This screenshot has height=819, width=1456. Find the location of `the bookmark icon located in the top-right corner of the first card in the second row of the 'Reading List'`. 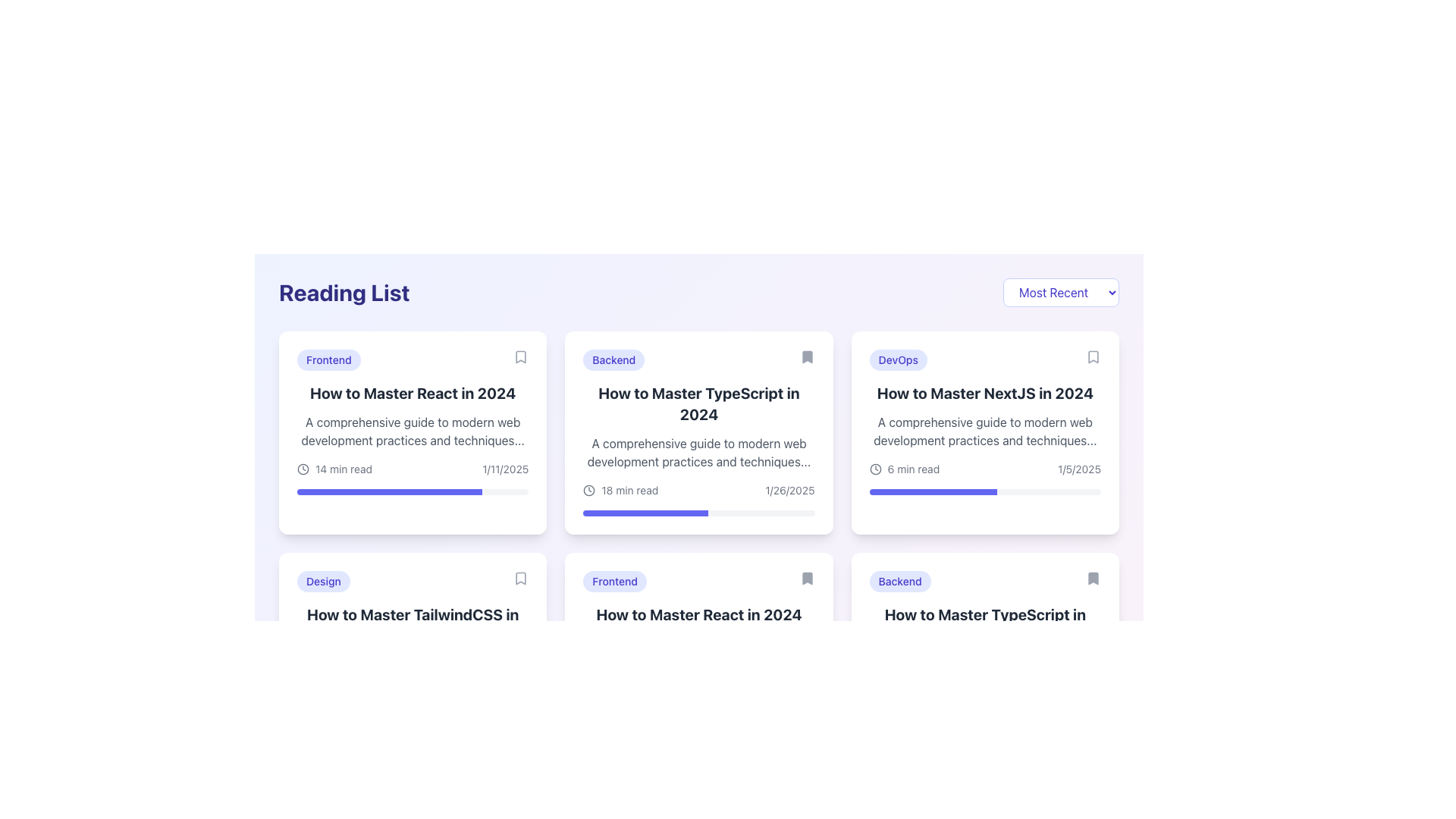

the bookmark icon located in the top-right corner of the first card in the second row of the 'Reading List' is located at coordinates (521, 579).